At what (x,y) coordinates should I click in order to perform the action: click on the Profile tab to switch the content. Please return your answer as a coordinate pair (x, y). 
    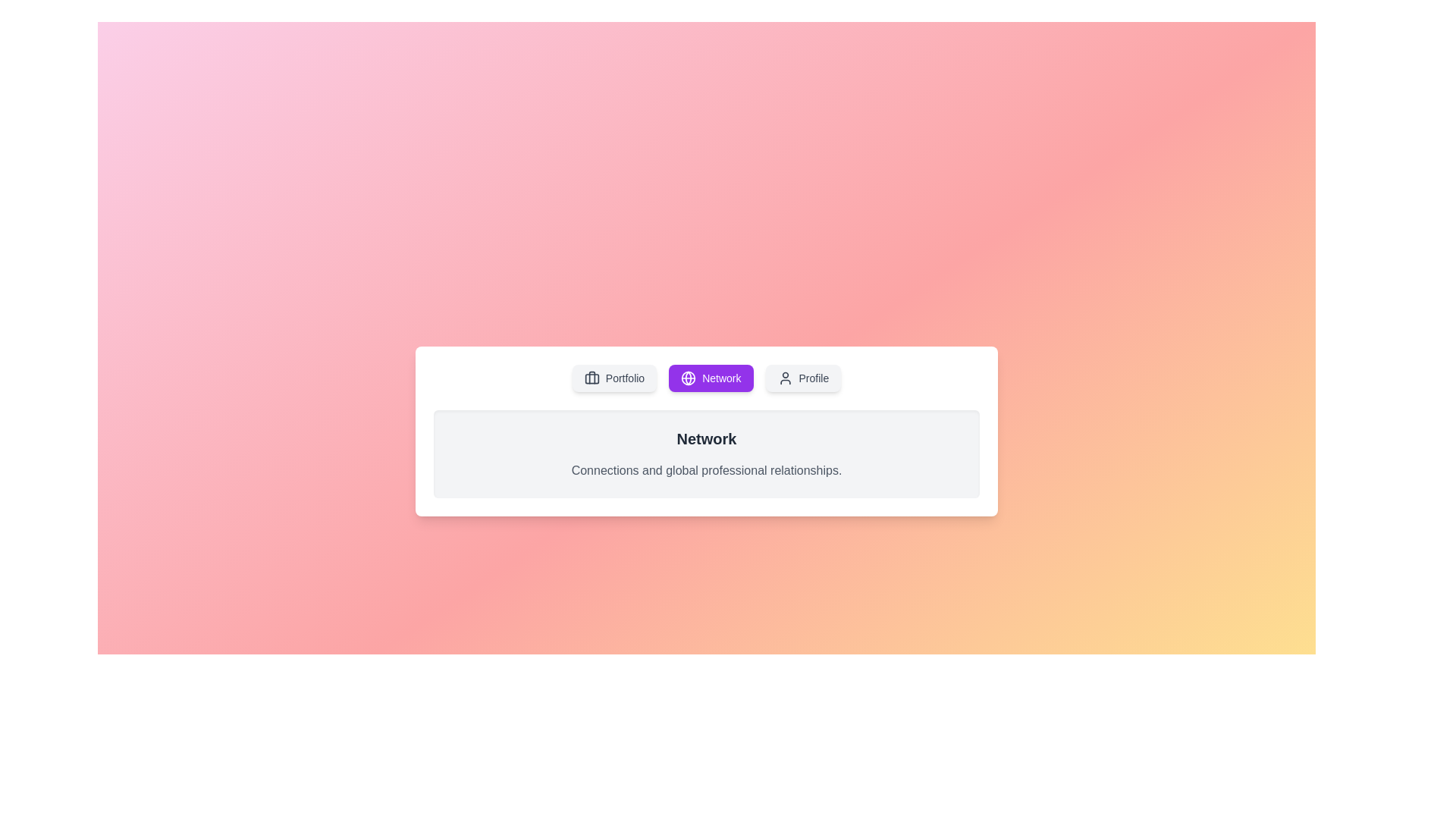
    Looking at the image, I should click on (802, 377).